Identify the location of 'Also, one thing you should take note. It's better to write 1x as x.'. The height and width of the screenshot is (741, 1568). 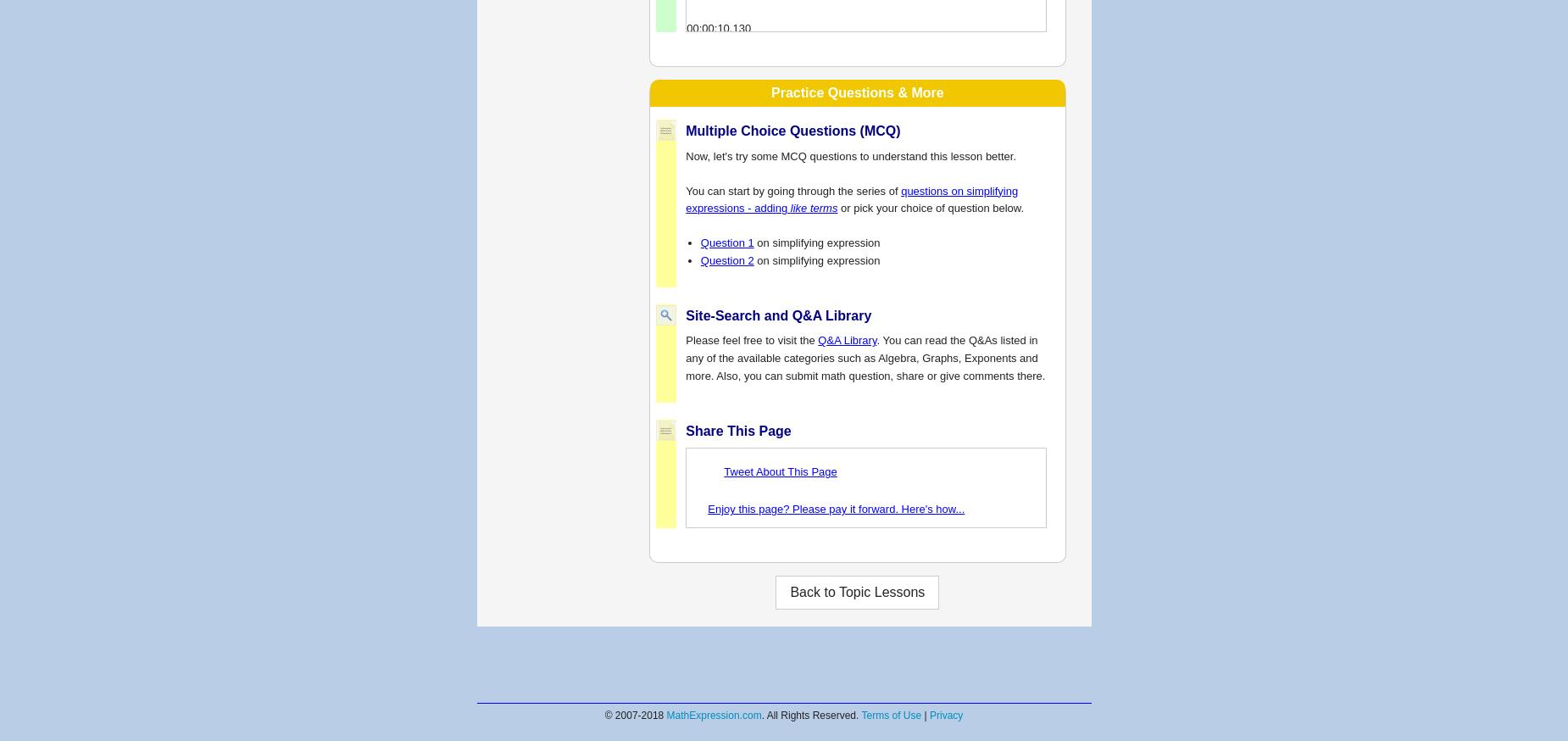
(839, 520).